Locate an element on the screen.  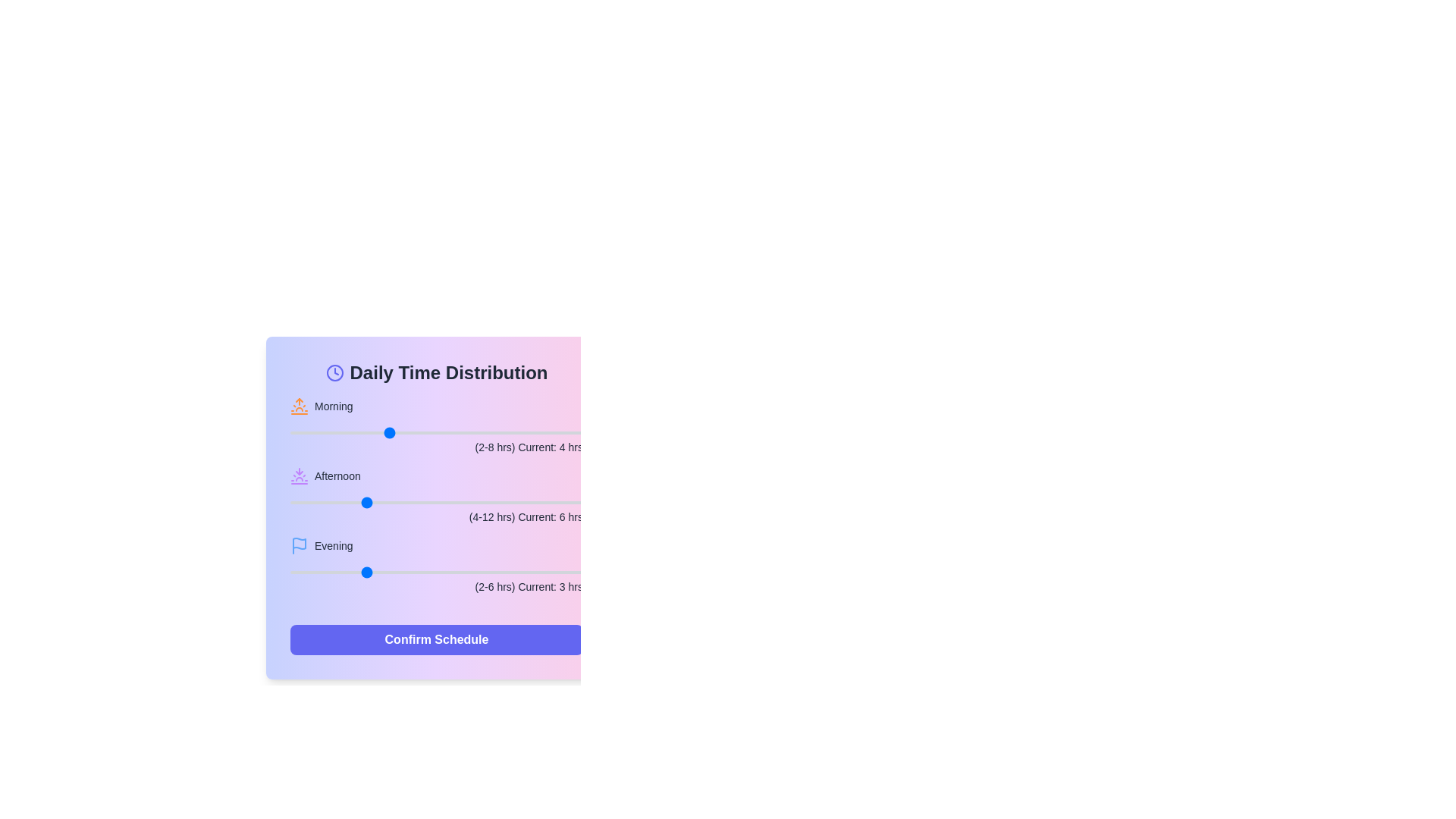
the slider is located at coordinates (436, 573).